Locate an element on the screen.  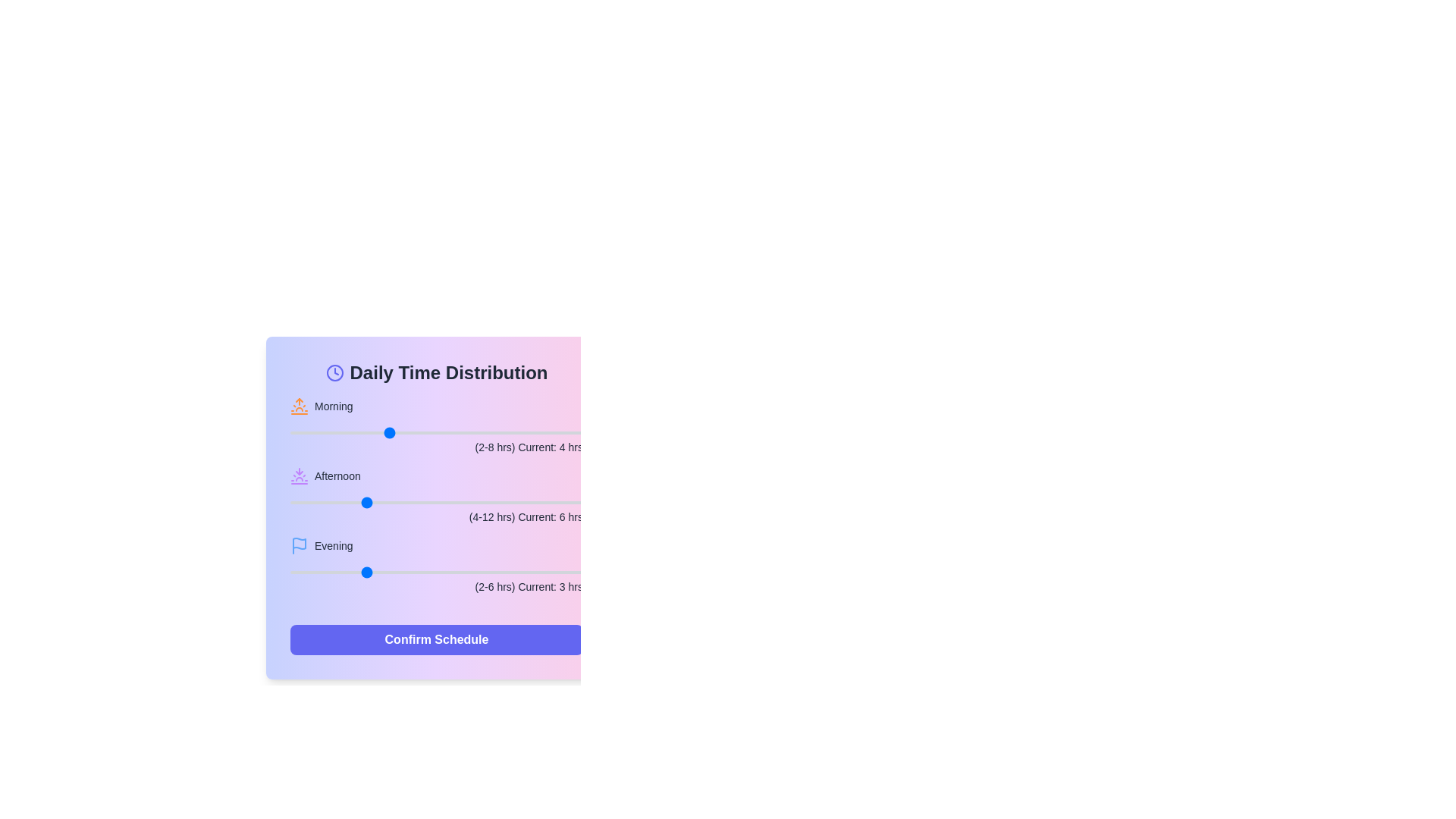
the slider is located at coordinates (436, 573).